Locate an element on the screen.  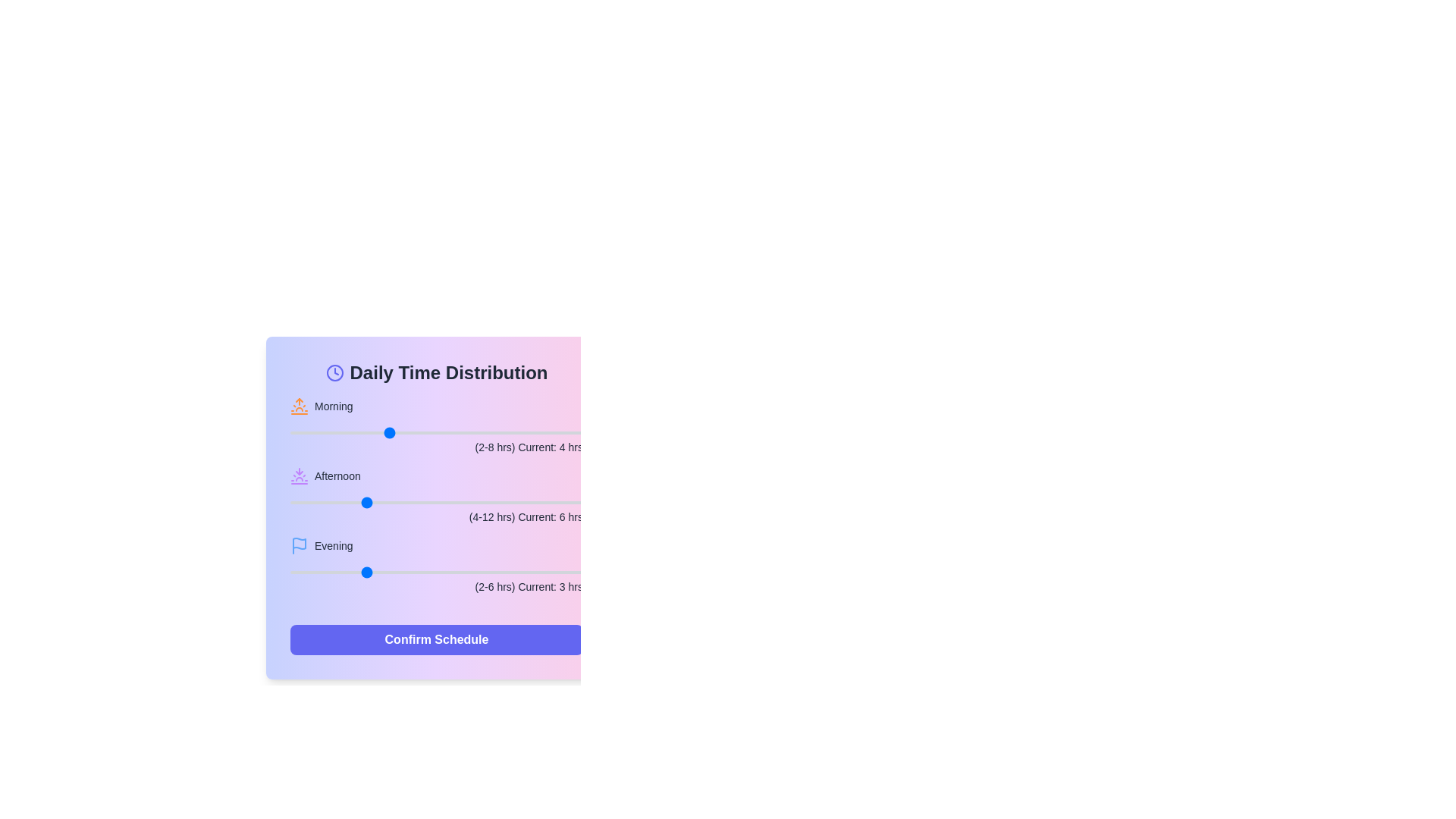
the slider is located at coordinates (436, 573).